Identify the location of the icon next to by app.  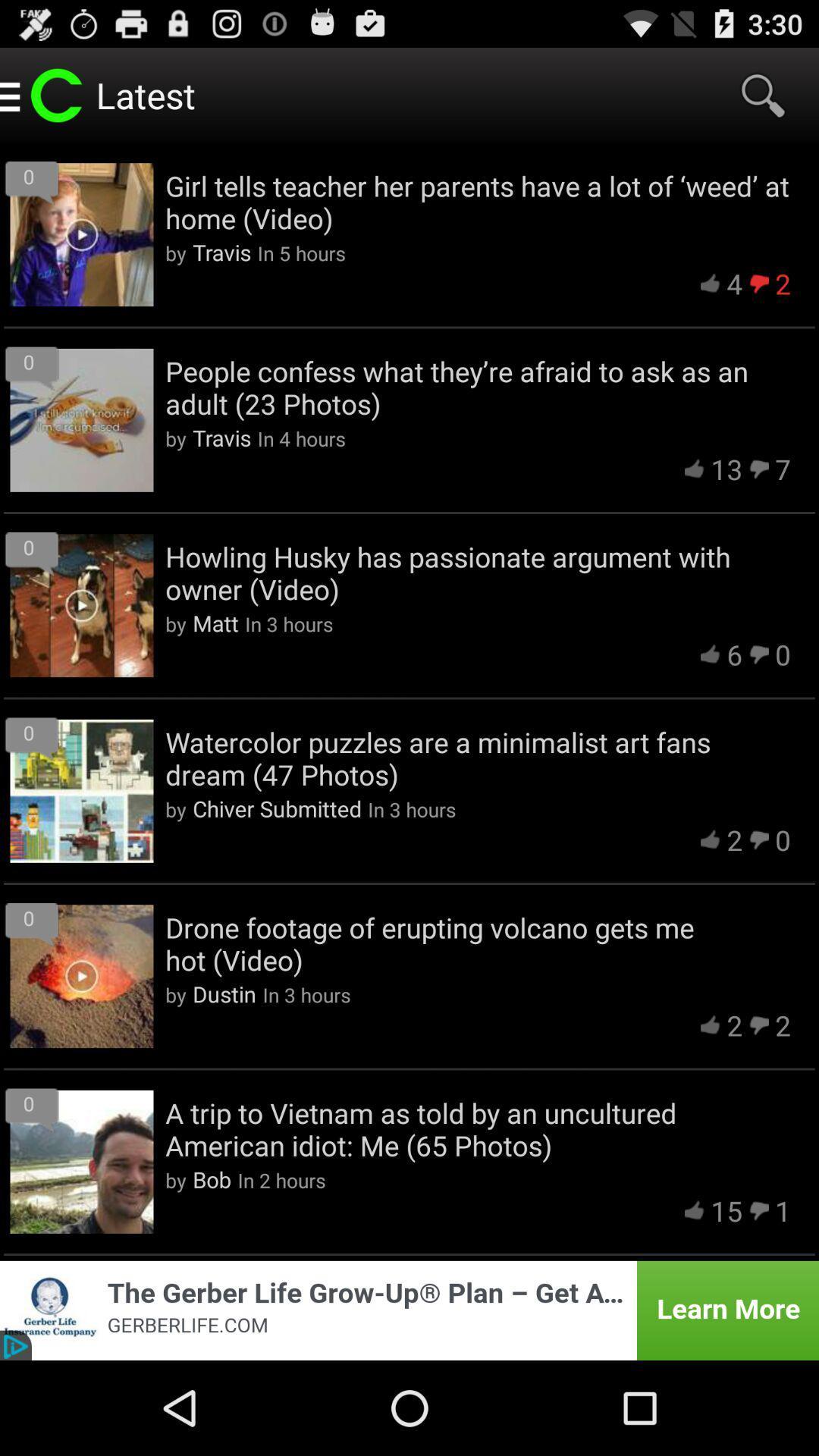
(215, 623).